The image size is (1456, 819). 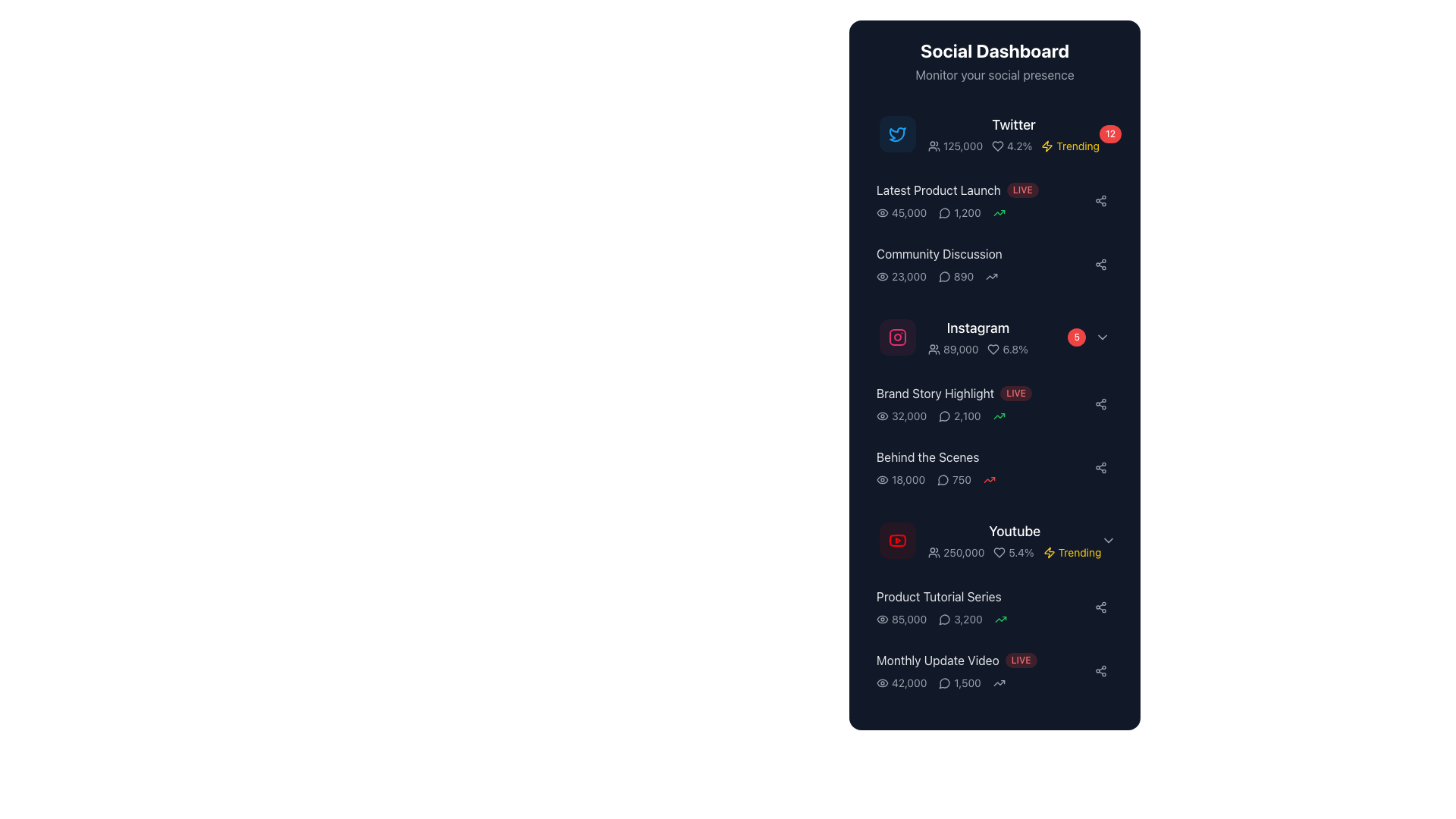 What do you see at coordinates (898, 336) in the screenshot?
I see `the Instagram icon, which is located to the left of the text 'Instagram', '89,000', and '6.8%' in the Social Dashboard section` at bounding box center [898, 336].